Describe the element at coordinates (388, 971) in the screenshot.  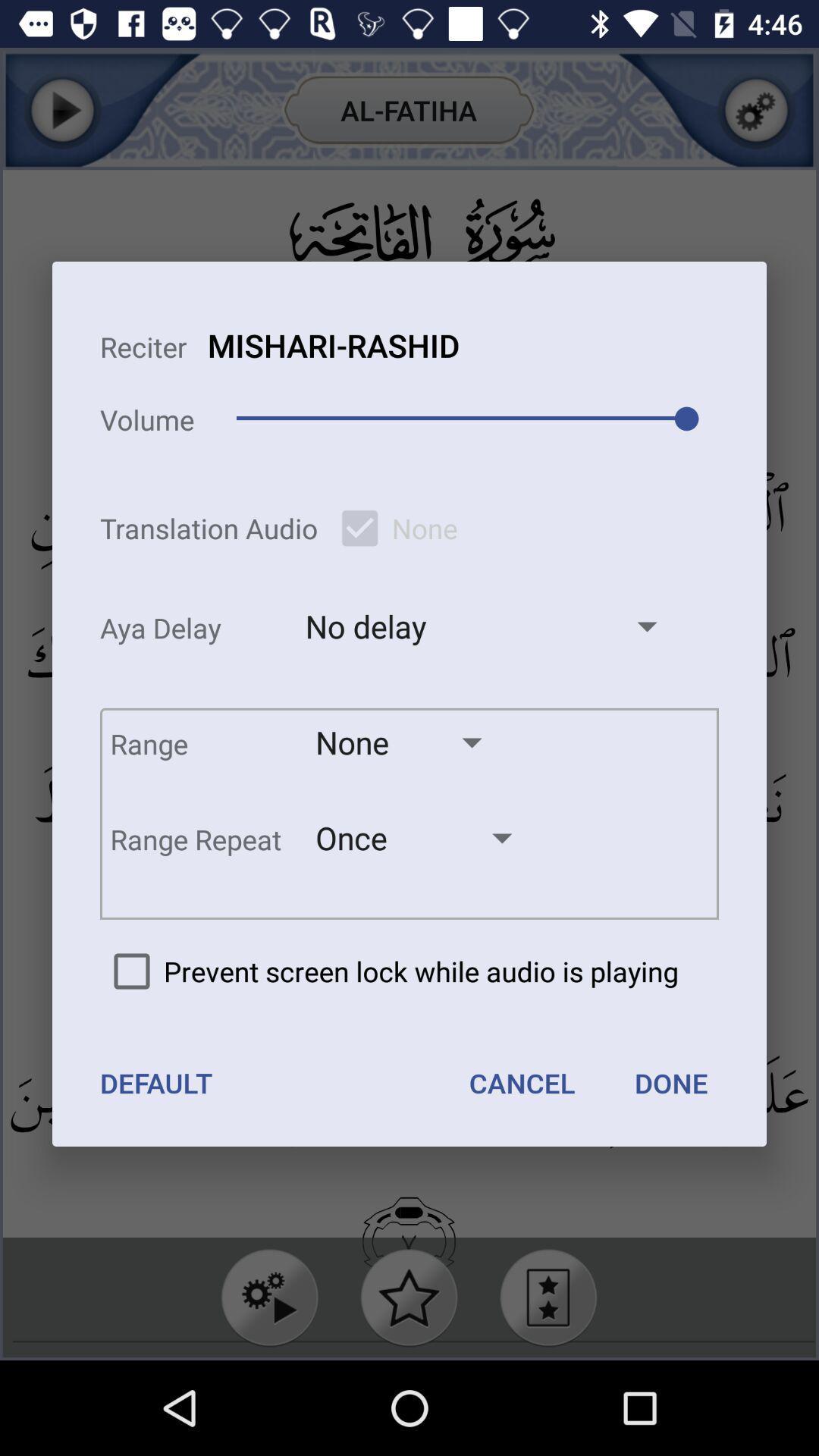
I see `the icon above the default item` at that location.